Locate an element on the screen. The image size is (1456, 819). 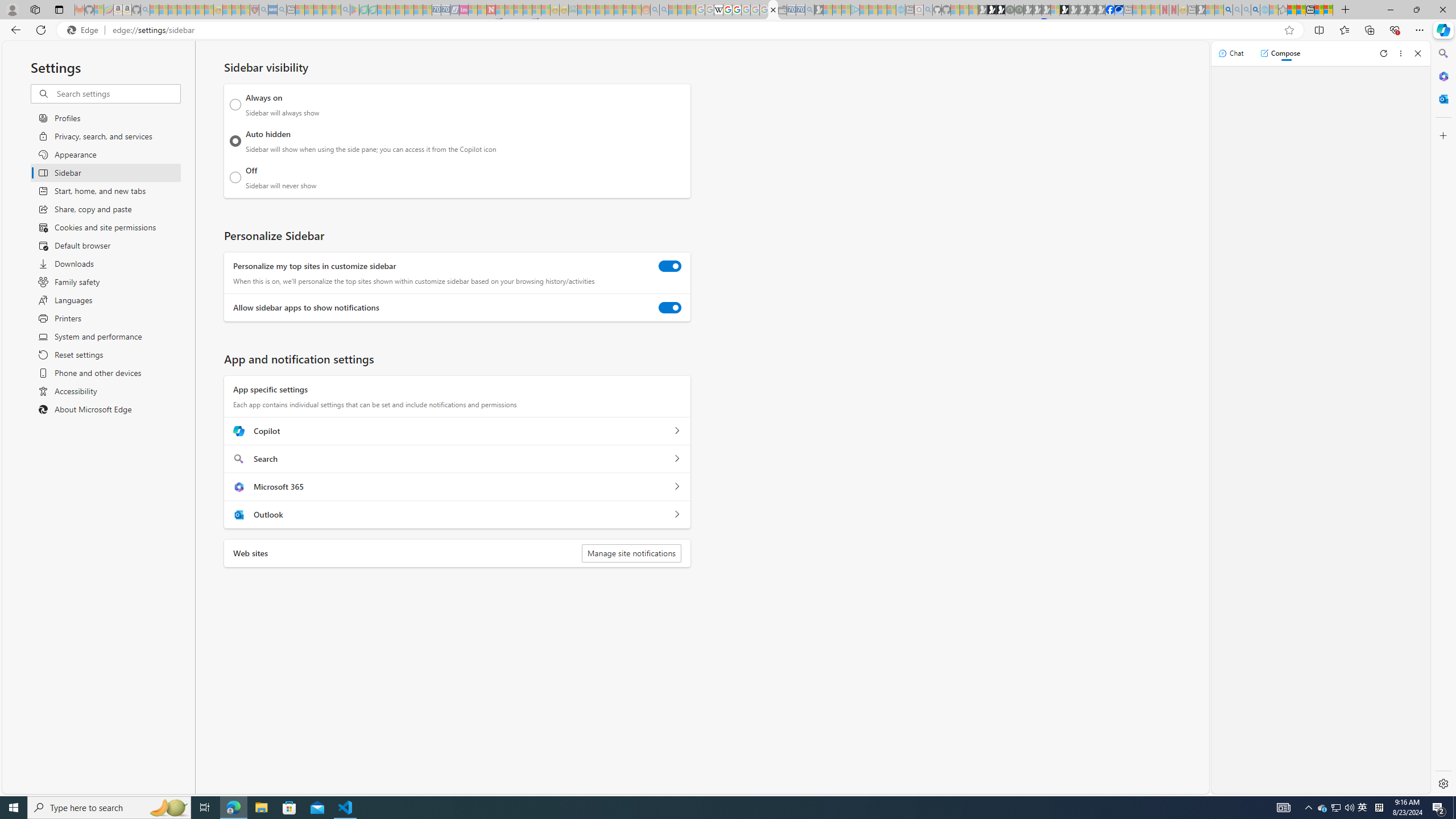
'Target page - Wikipedia' is located at coordinates (718, 9).